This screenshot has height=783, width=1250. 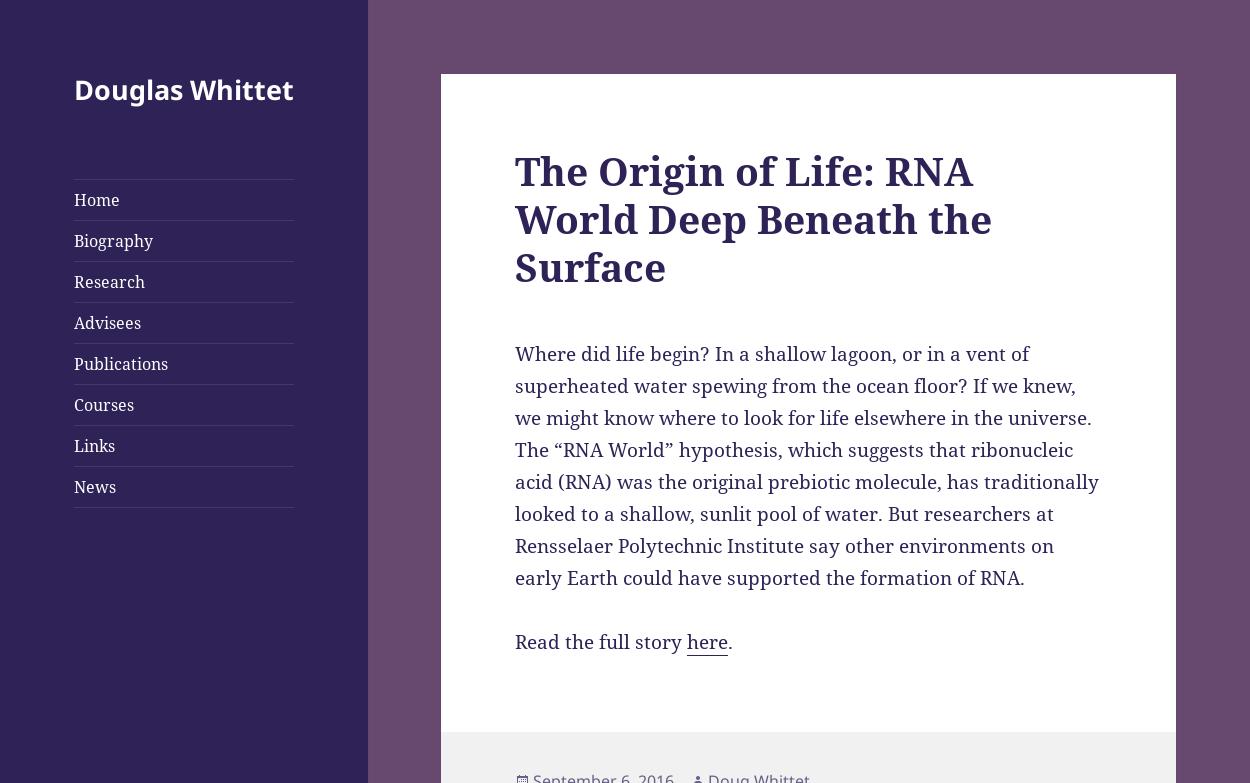 What do you see at coordinates (105, 322) in the screenshot?
I see `'Advisees'` at bounding box center [105, 322].